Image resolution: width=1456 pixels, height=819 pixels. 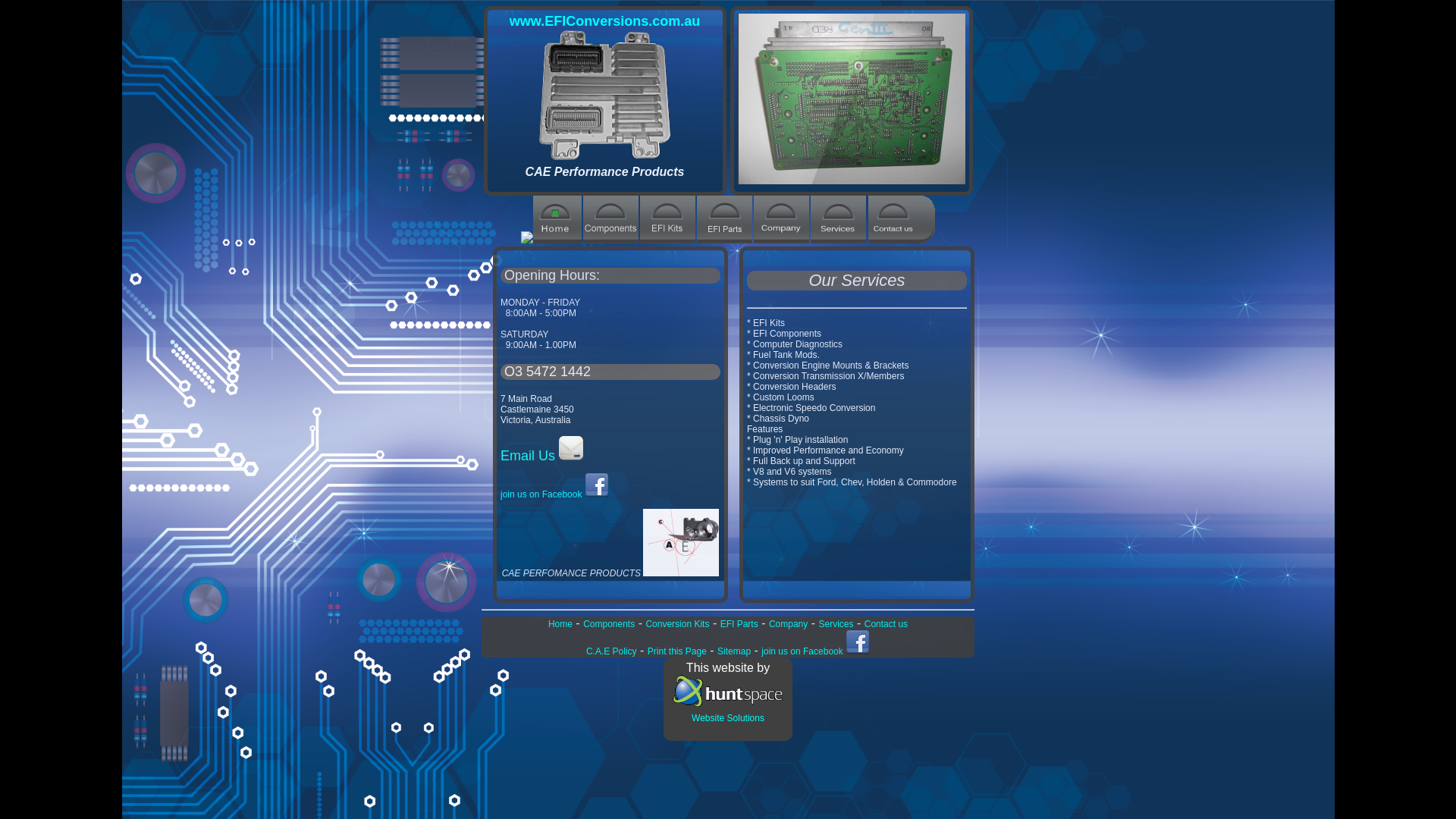 What do you see at coordinates (541, 455) in the screenshot?
I see `'Email Us'` at bounding box center [541, 455].